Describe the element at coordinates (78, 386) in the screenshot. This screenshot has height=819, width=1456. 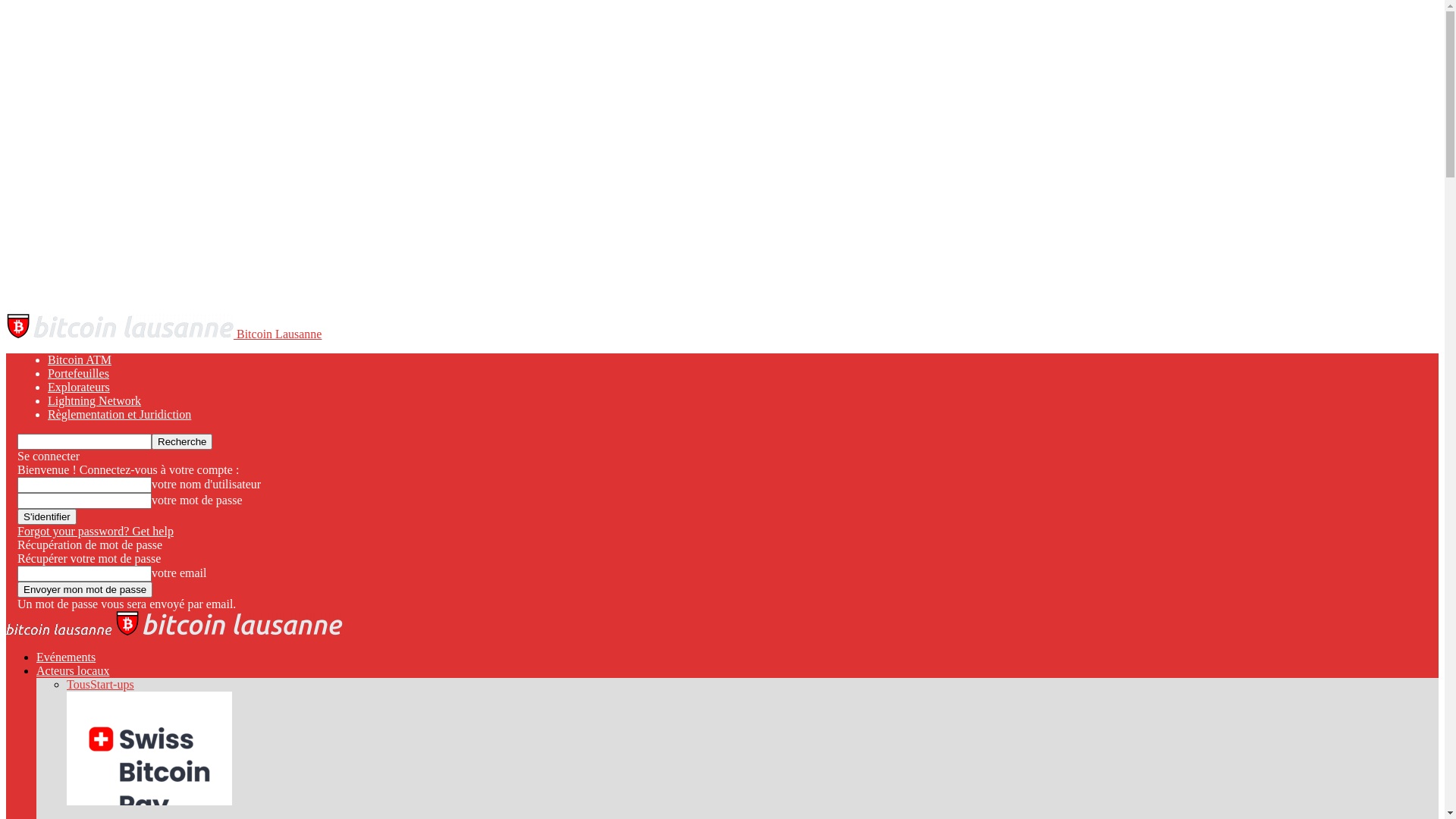
I see `'Explorateurs'` at that location.